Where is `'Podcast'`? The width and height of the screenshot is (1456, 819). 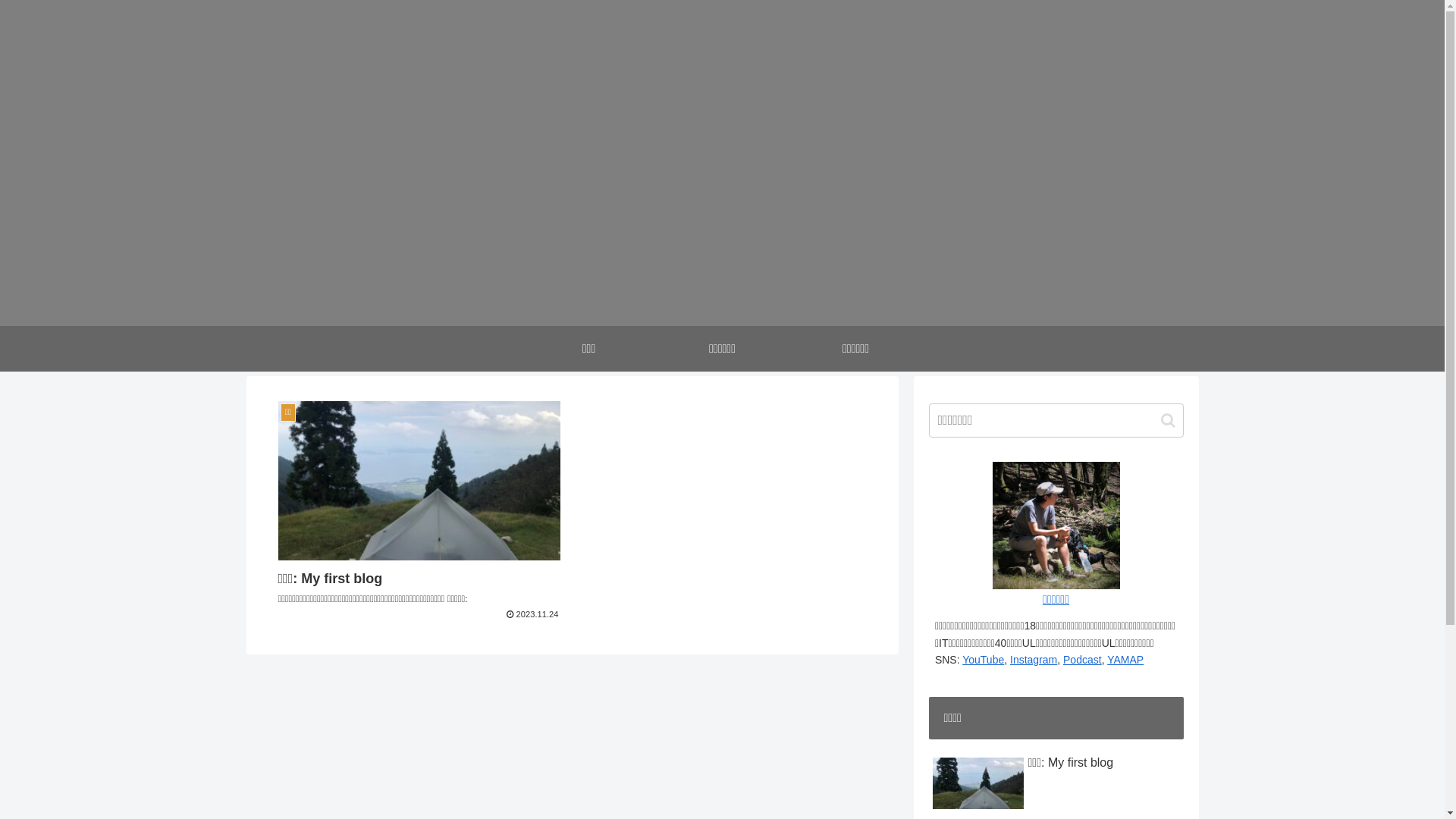 'Podcast' is located at coordinates (1062, 659).